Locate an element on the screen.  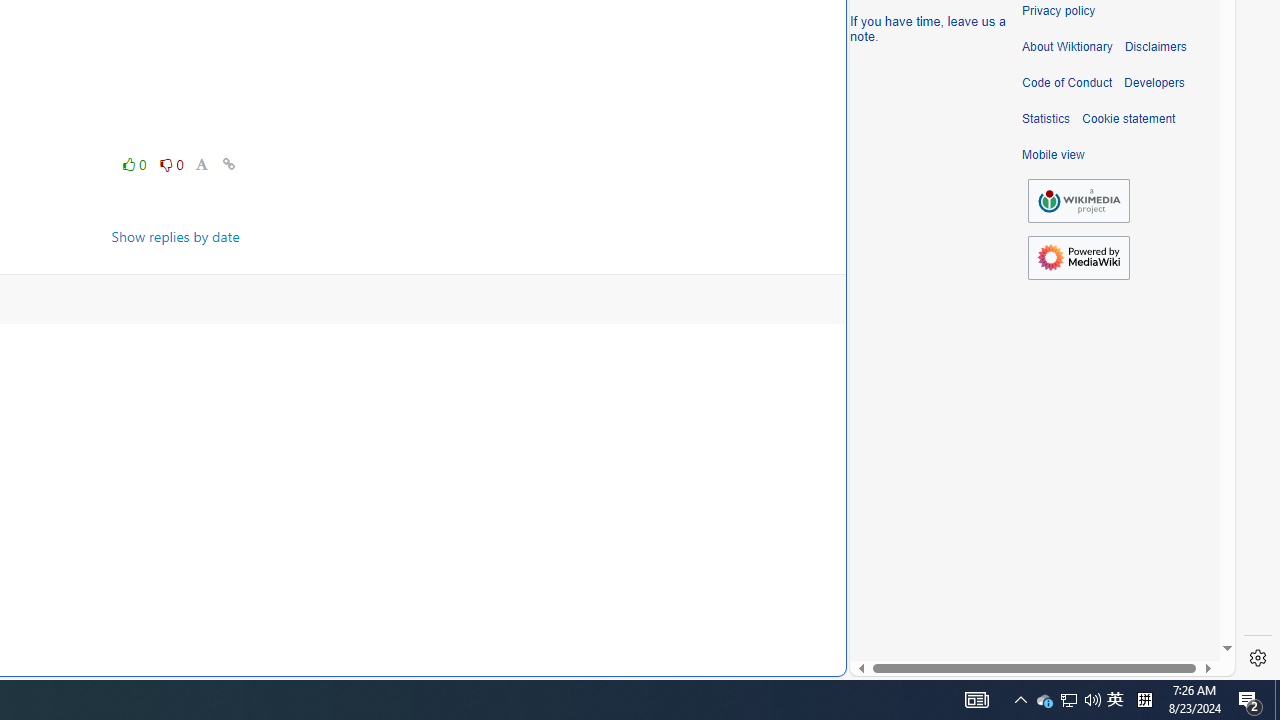
'Statistics' is located at coordinates (1045, 119).